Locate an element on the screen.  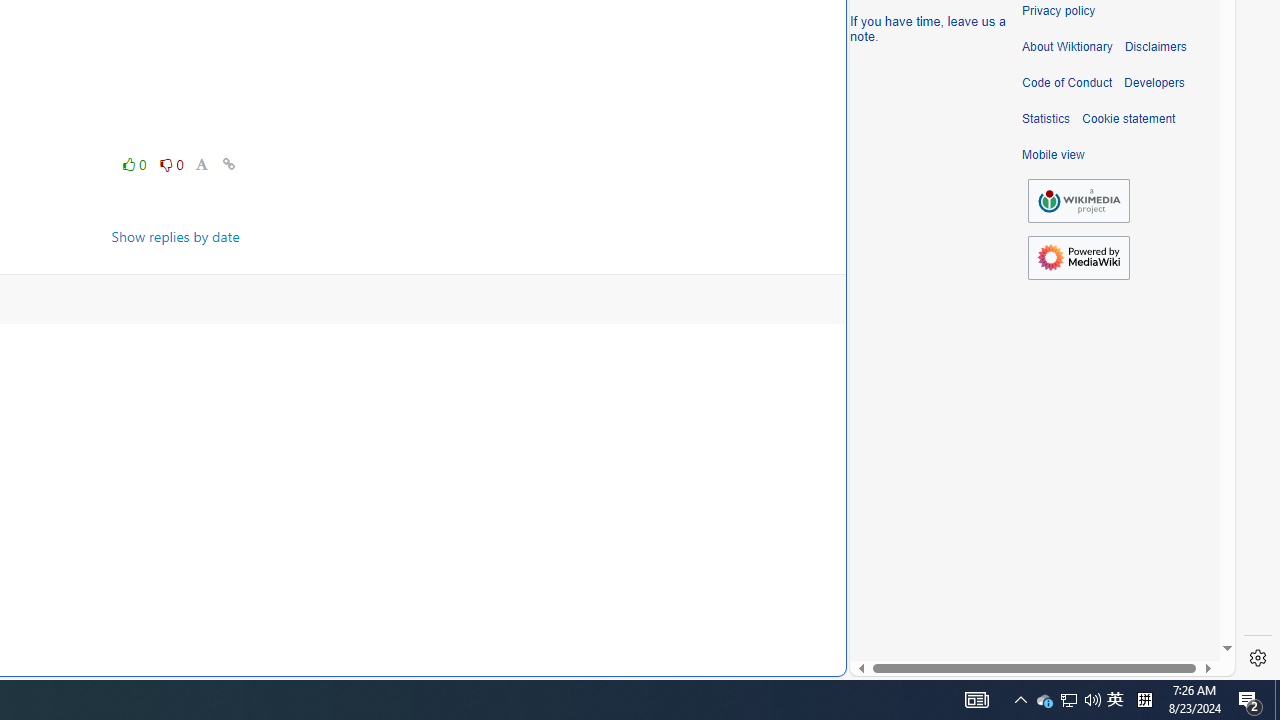
'Statistics' is located at coordinates (1045, 119).